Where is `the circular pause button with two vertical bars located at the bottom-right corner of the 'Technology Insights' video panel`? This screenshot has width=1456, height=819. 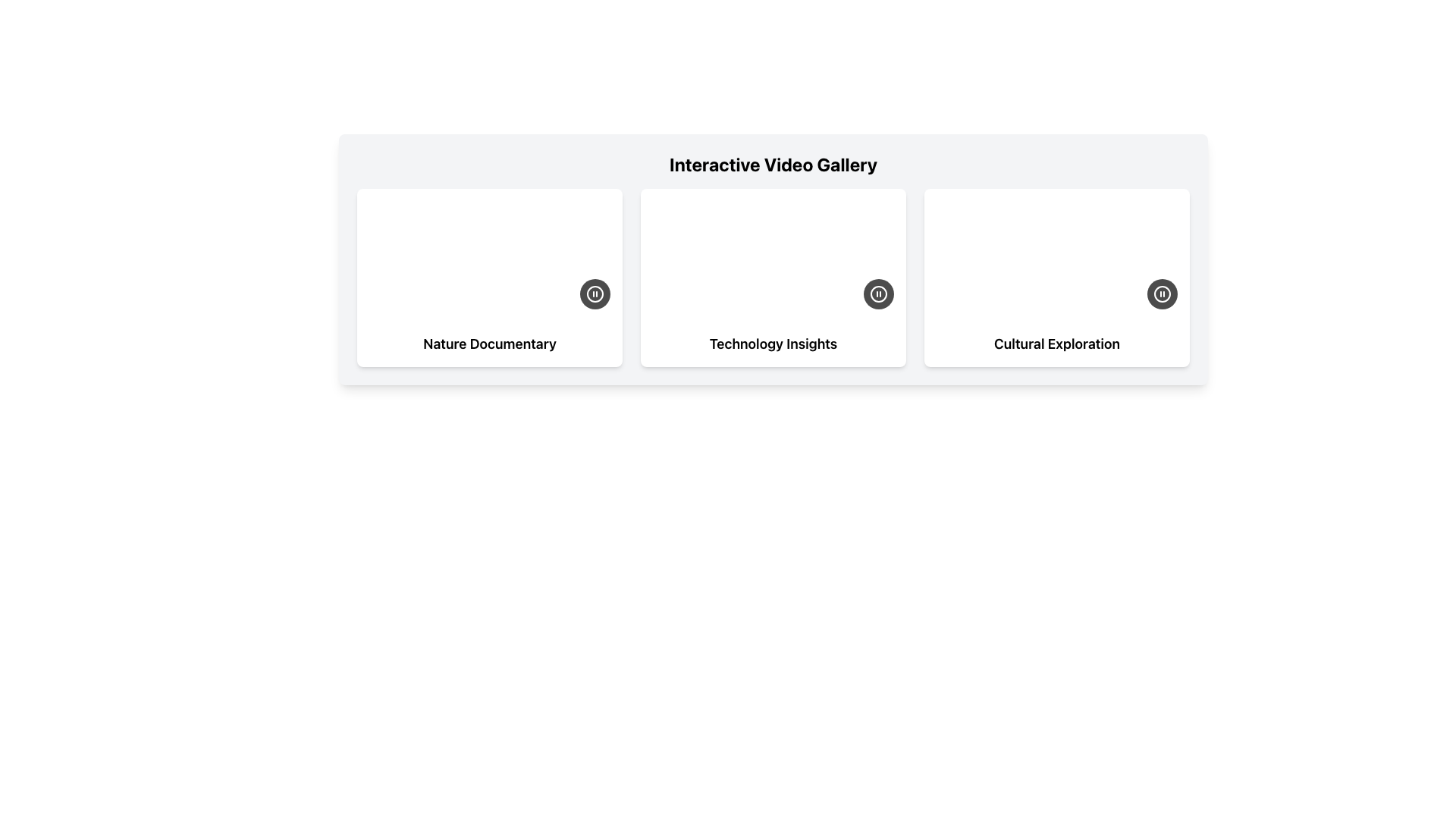 the circular pause button with two vertical bars located at the bottom-right corner of the 'Technology Insights' video panel is located at coordinates (878, 294).